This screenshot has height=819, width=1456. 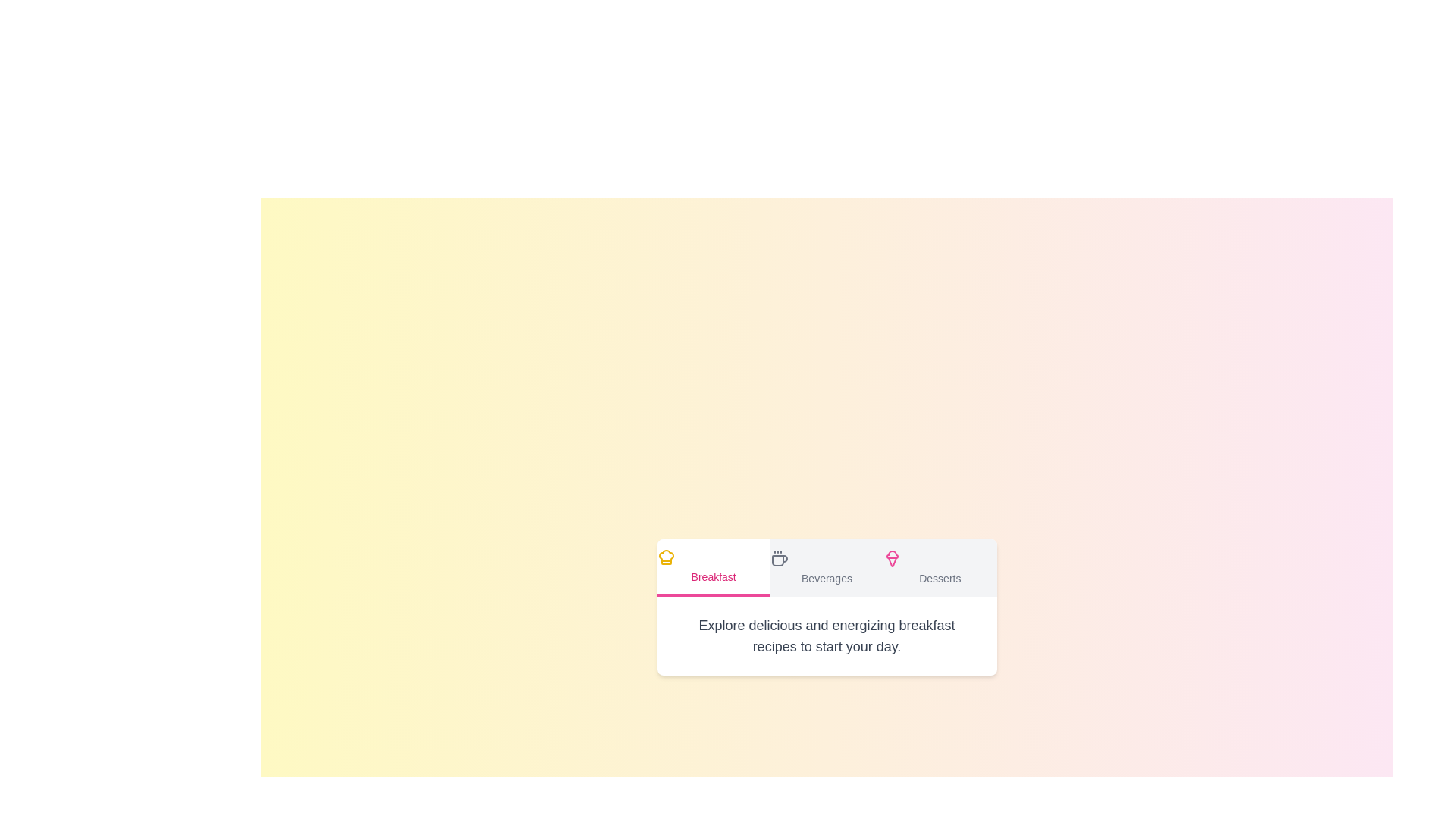 I want to click on the Beverages tab, so click(x=826, y=567).